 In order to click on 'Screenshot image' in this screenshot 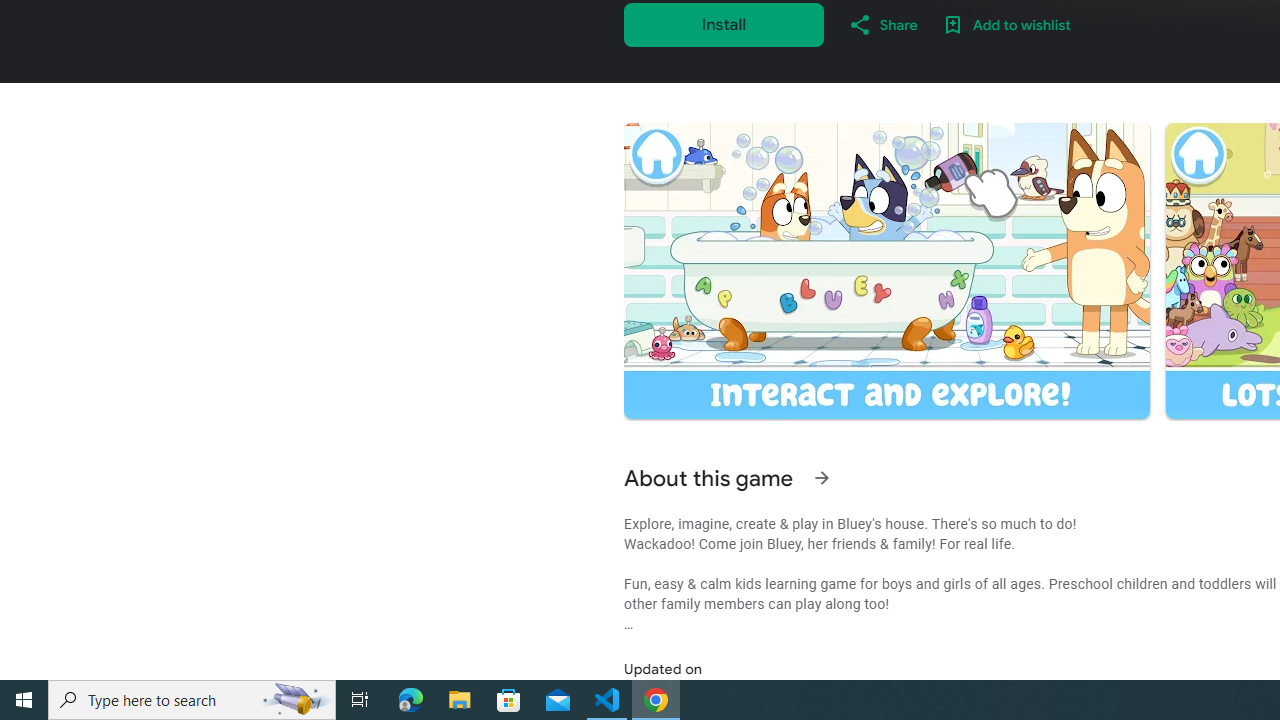, I will do `click(885, 271)`.